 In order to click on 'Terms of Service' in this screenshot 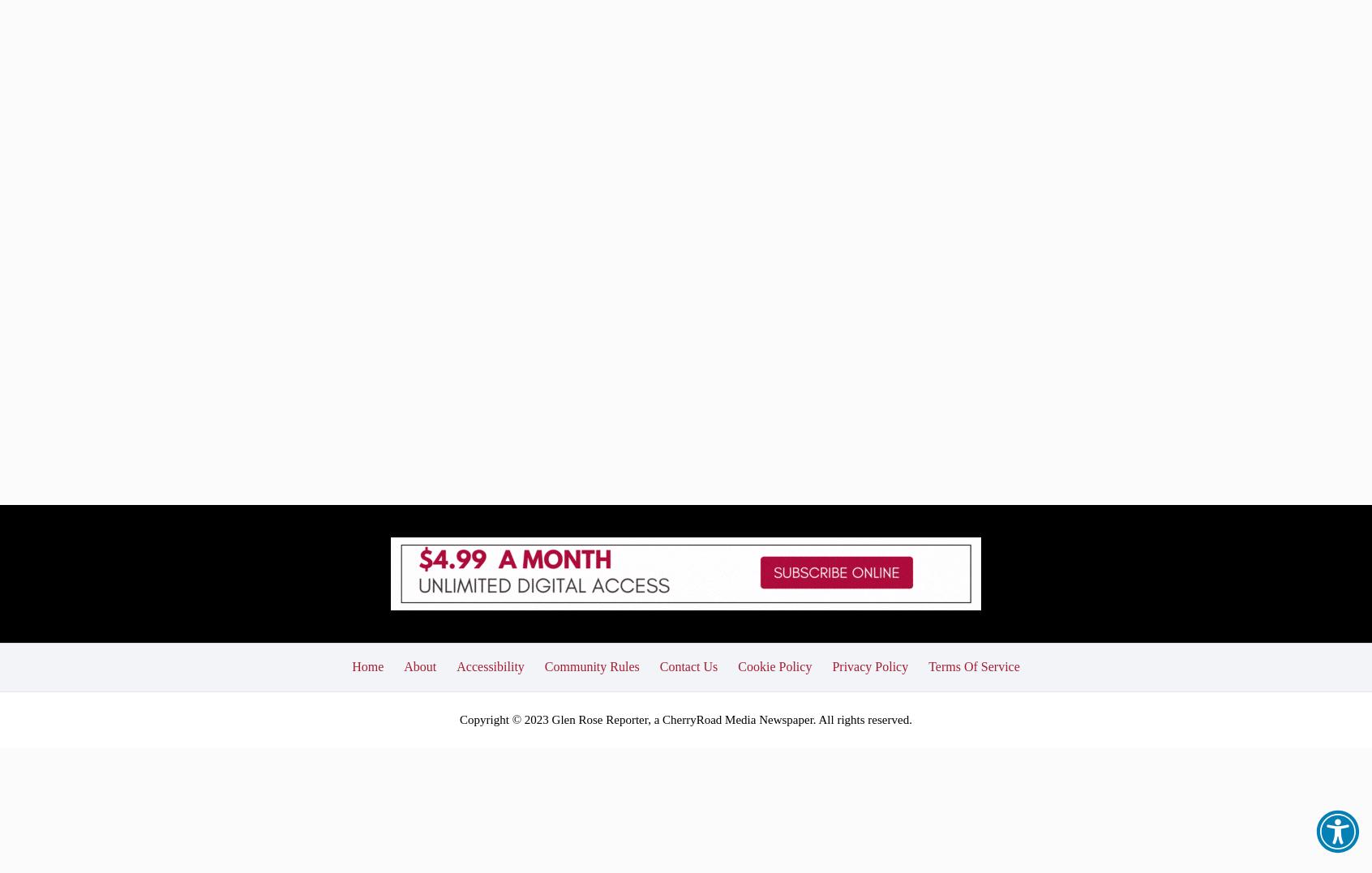, I will do `click(927, 546)`.